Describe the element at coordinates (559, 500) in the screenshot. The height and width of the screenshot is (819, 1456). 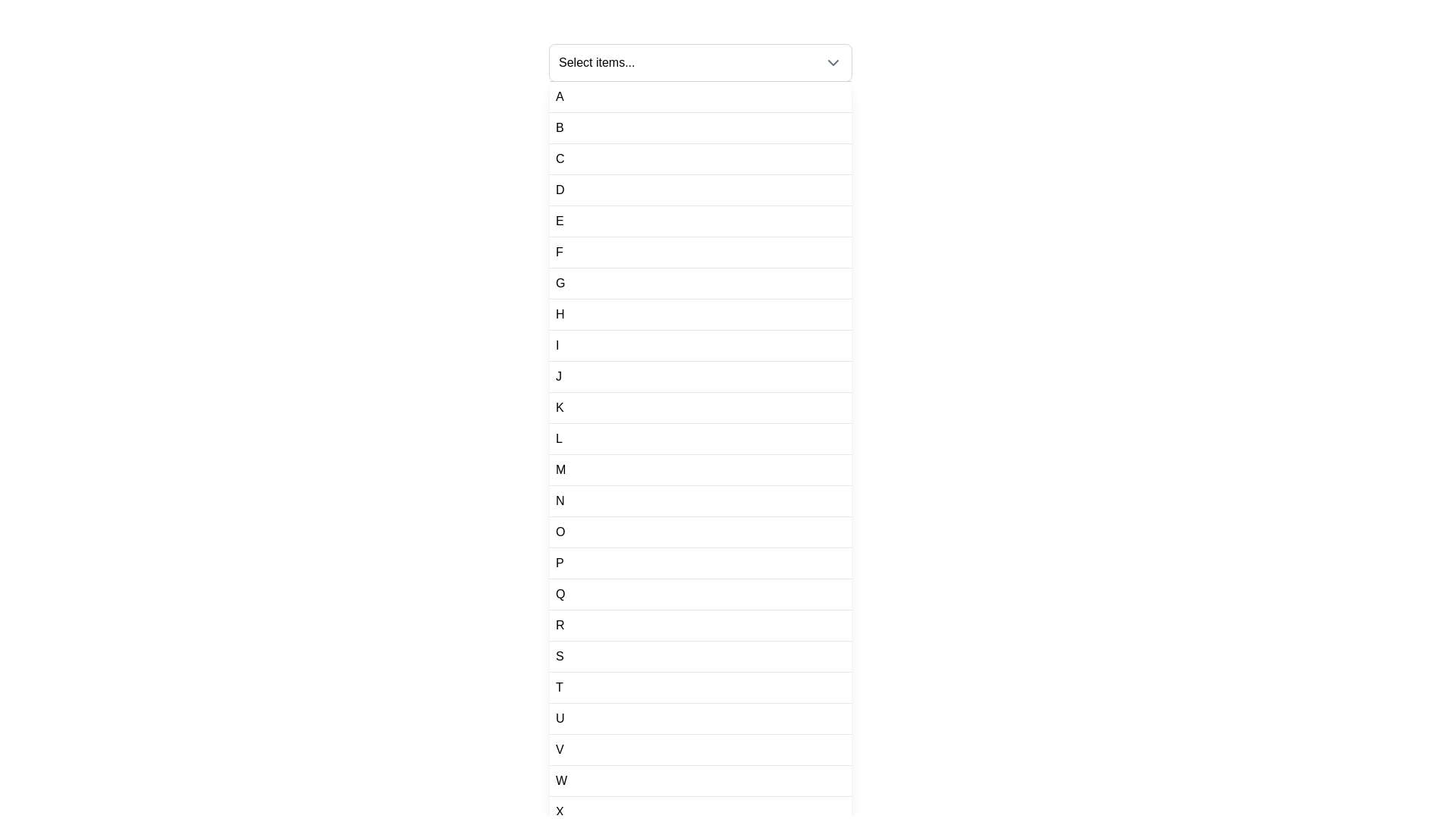
I see `the letter 'N' in the alphabetical list` at that location.